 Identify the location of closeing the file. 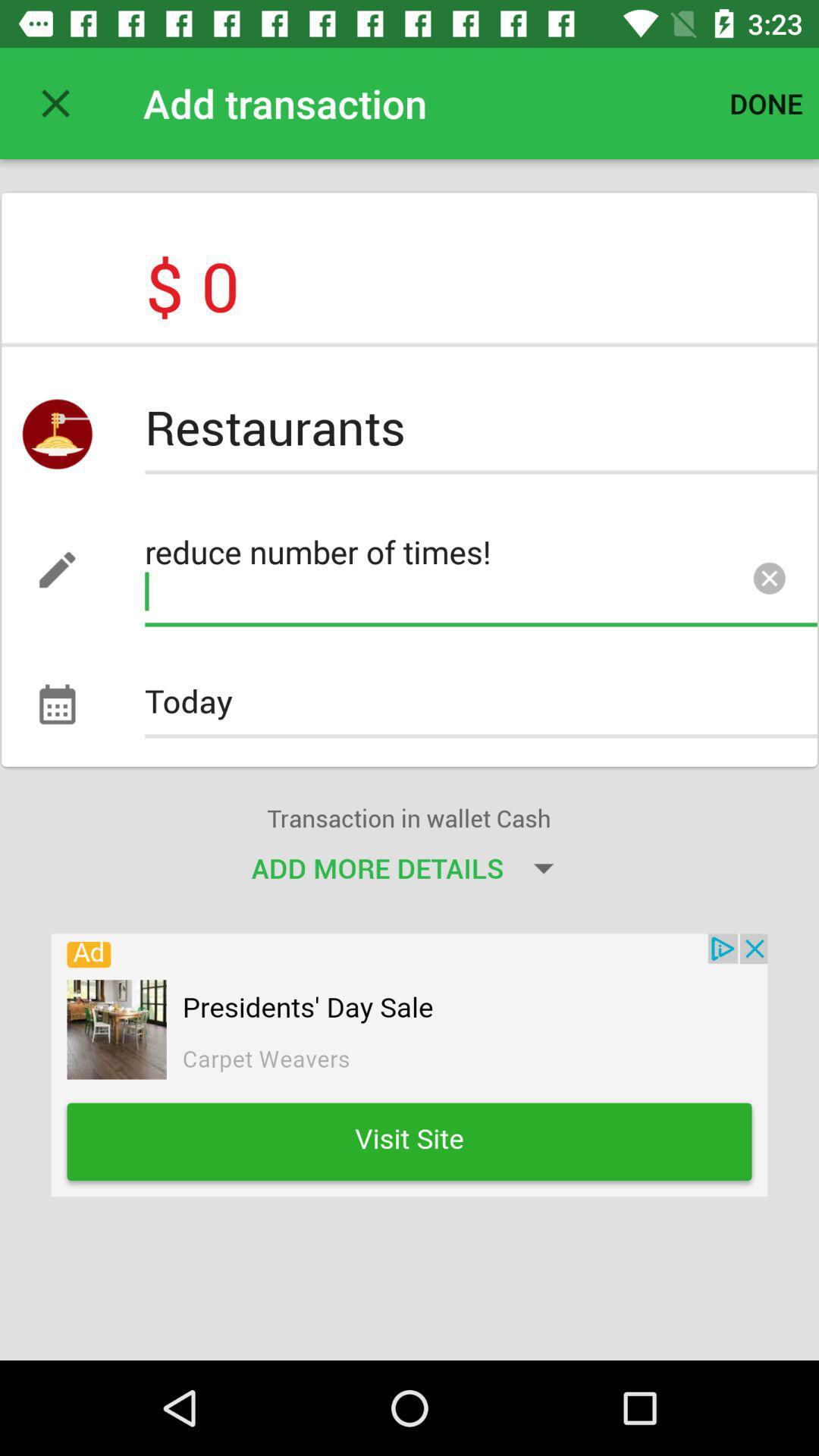
(55, 102).